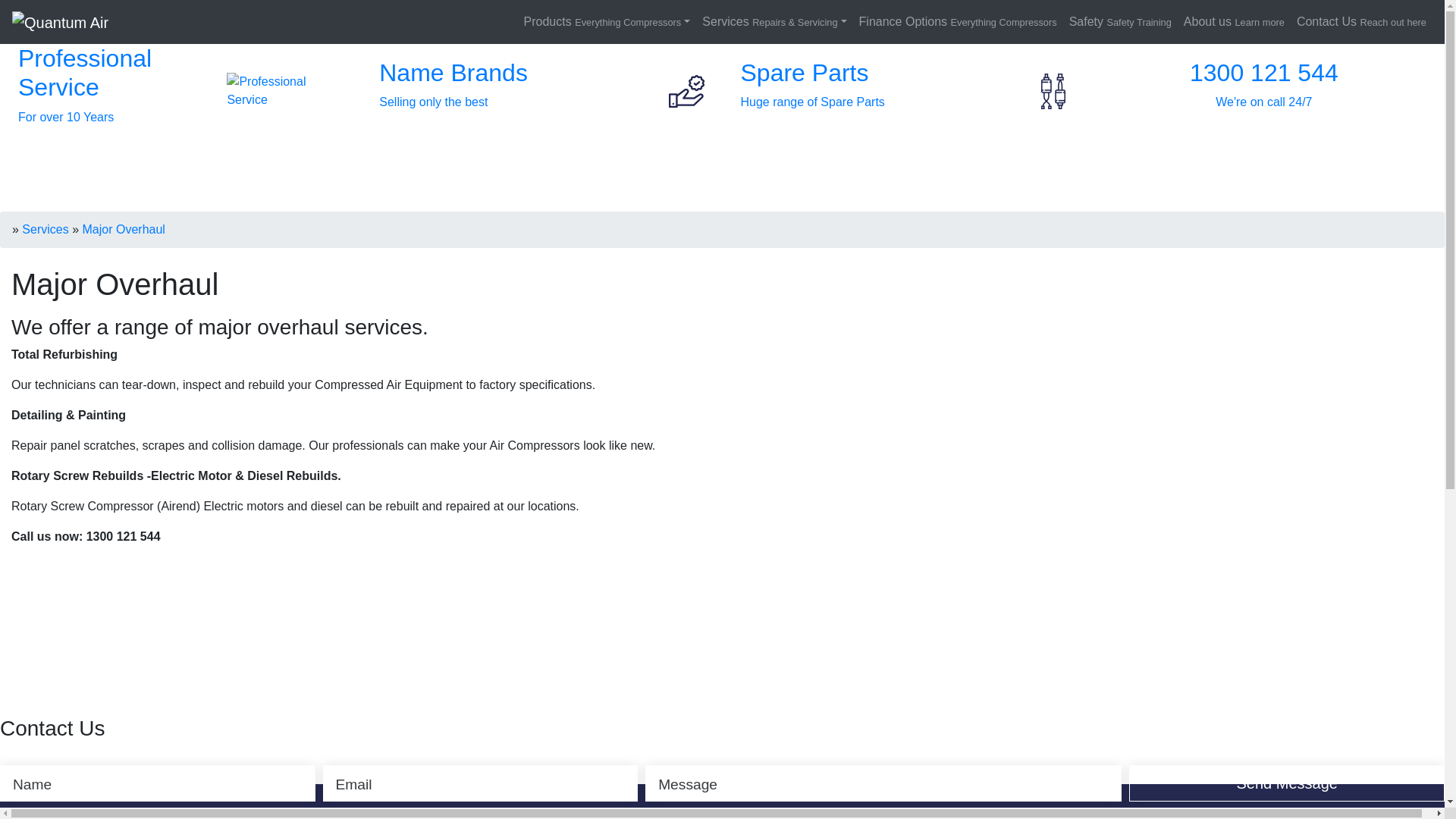 The image size is (1456, 819). I want to click on '1300 121 544, so click(1263, 91).